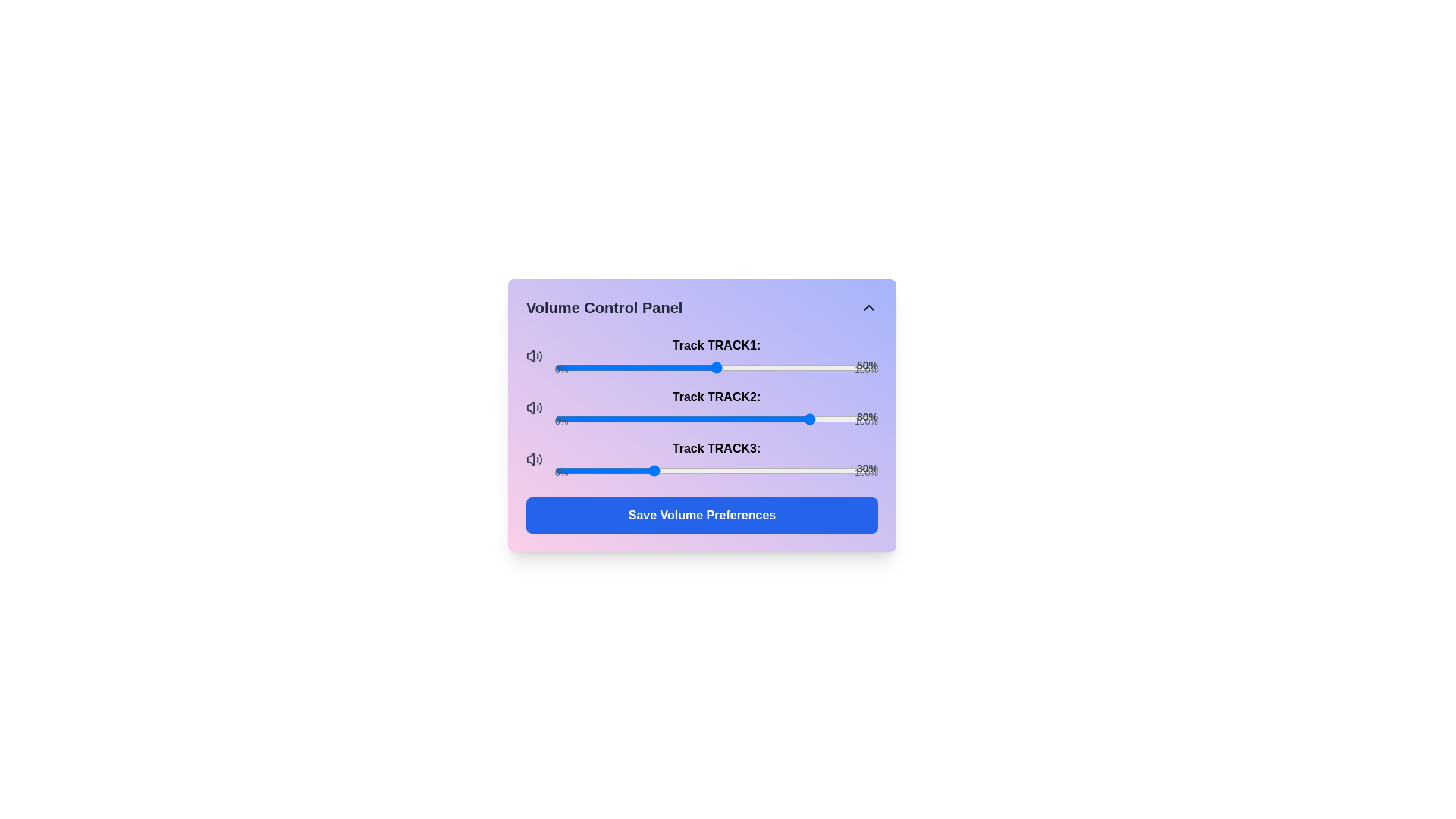 The image size is (1456, 819). Describe the element at coordinates (716, 366) in the screenshot. I see `the slider knob for 'Track TRACK1' in the Volume Control Panel` at that location.